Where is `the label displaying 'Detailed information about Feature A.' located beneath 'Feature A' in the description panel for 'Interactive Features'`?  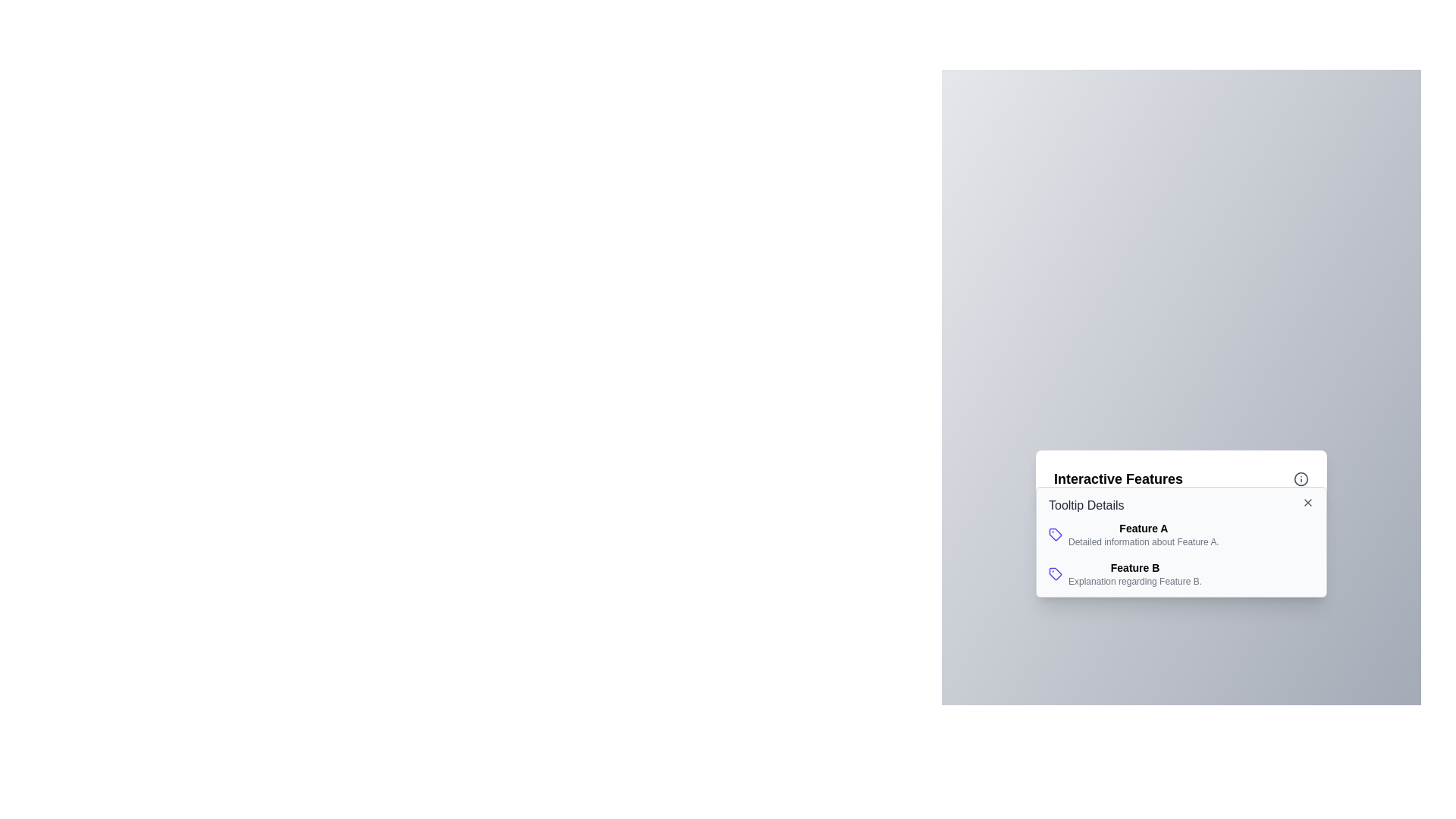
the label displaying 'Detailed information about Feature A.' located beneath 'Feature A' in the description panel for 'Interactive Features' is located at coordinates (1144, 541).